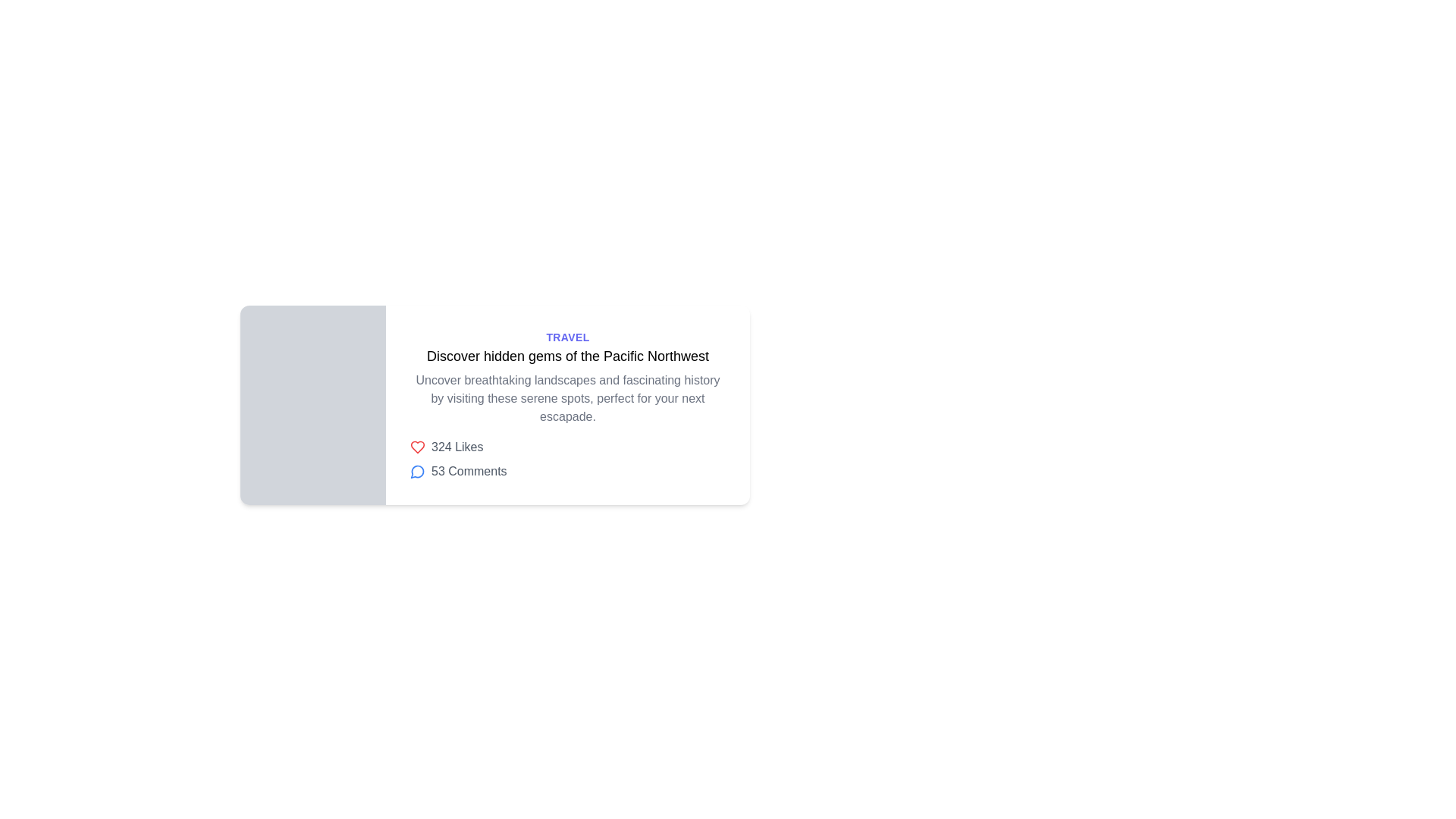 The height and width of the screenshot is (819, 1456). Describe the element at coordinates (418, 446) in the screenshot. I see `the red heart icon located below the '324 Likes' text to like or unlike the content` at that location.